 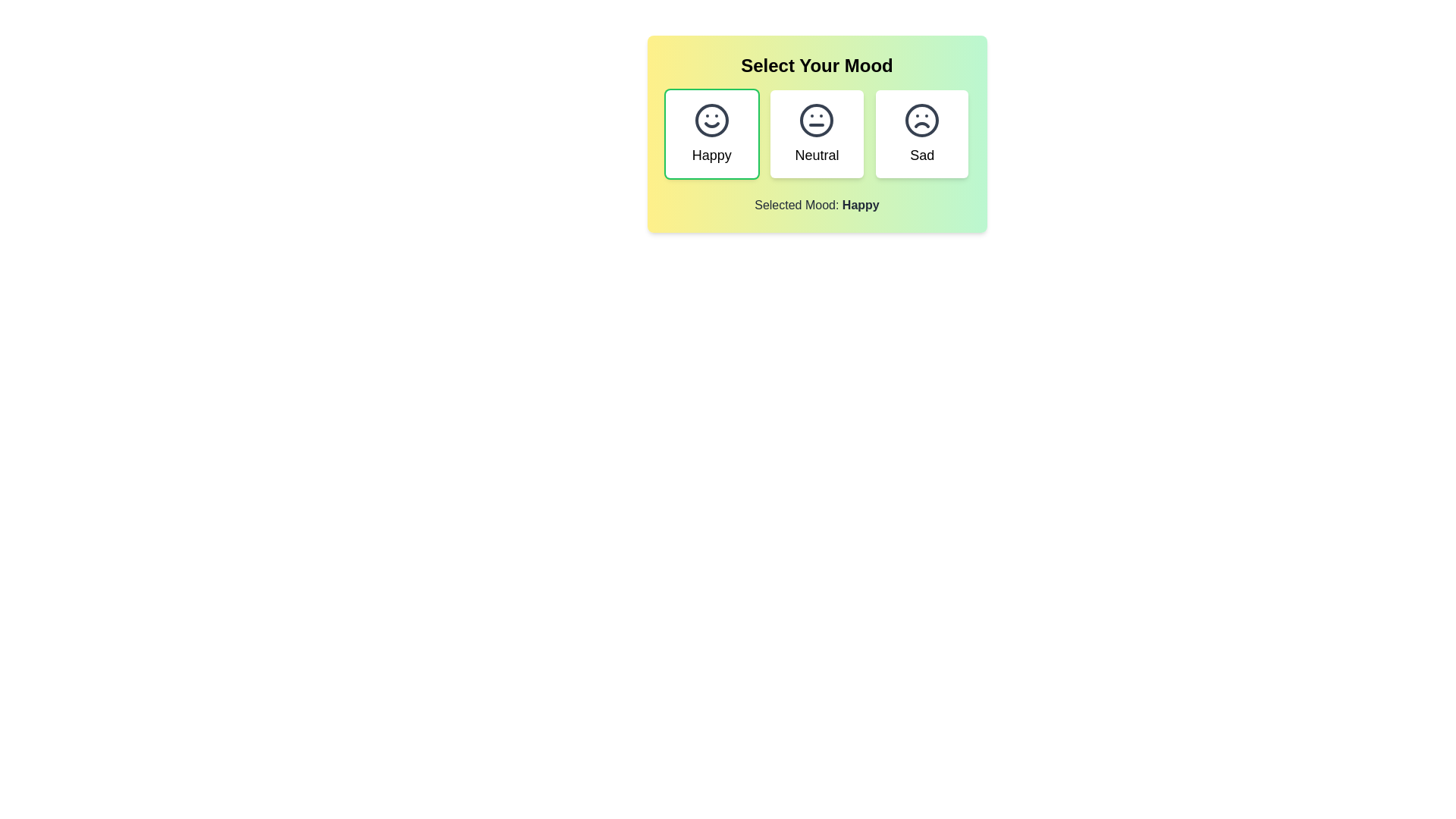 What do you see at coordinates (816, 205) in the screenshot?
I see `the text label that reads 'Selected Mood: Happy', which is styled in gray and indicates the currently selected mood` at bounding box center [816, 205].